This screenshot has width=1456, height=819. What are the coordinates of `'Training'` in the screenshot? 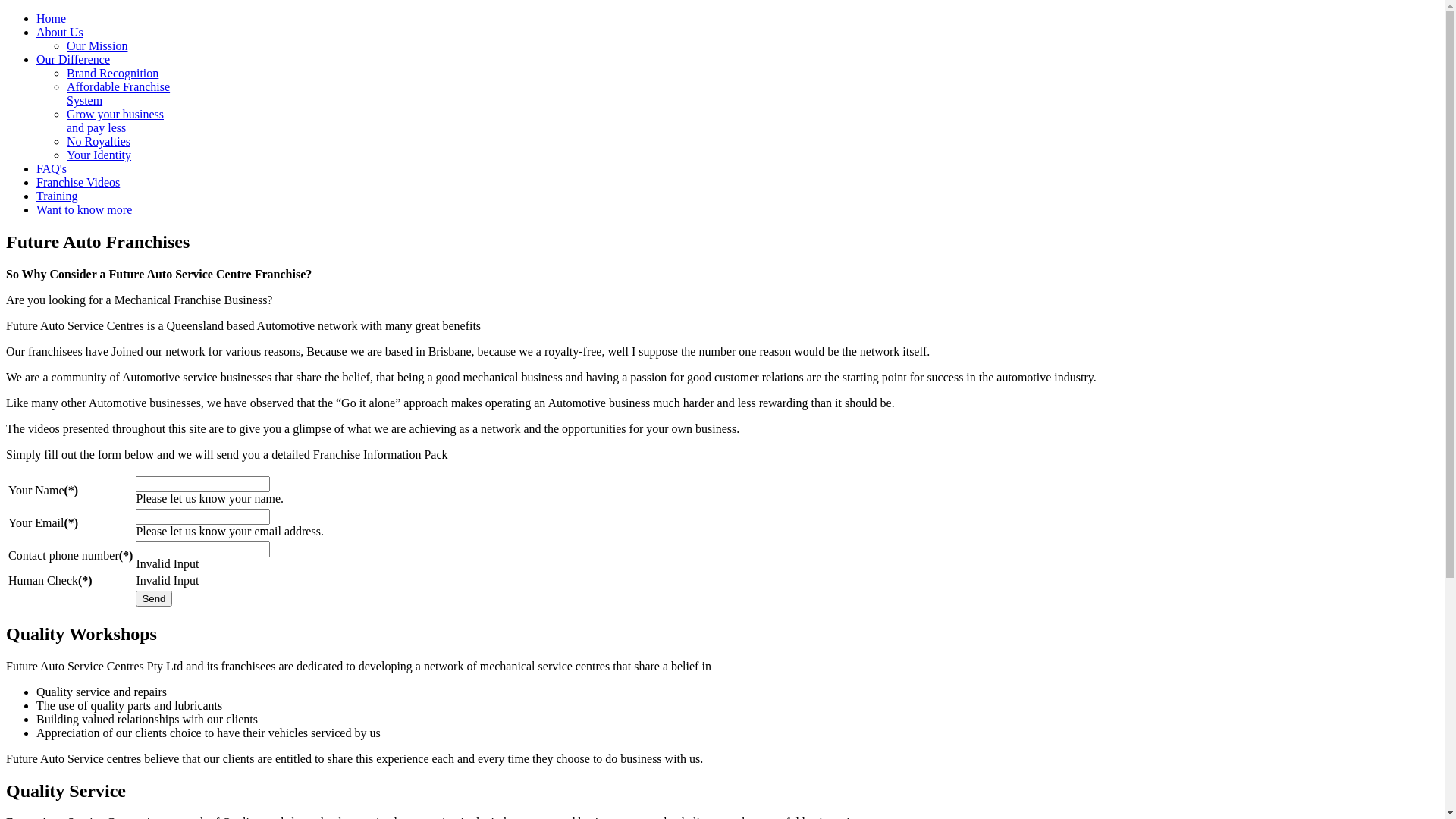 It's located at (57, 195).